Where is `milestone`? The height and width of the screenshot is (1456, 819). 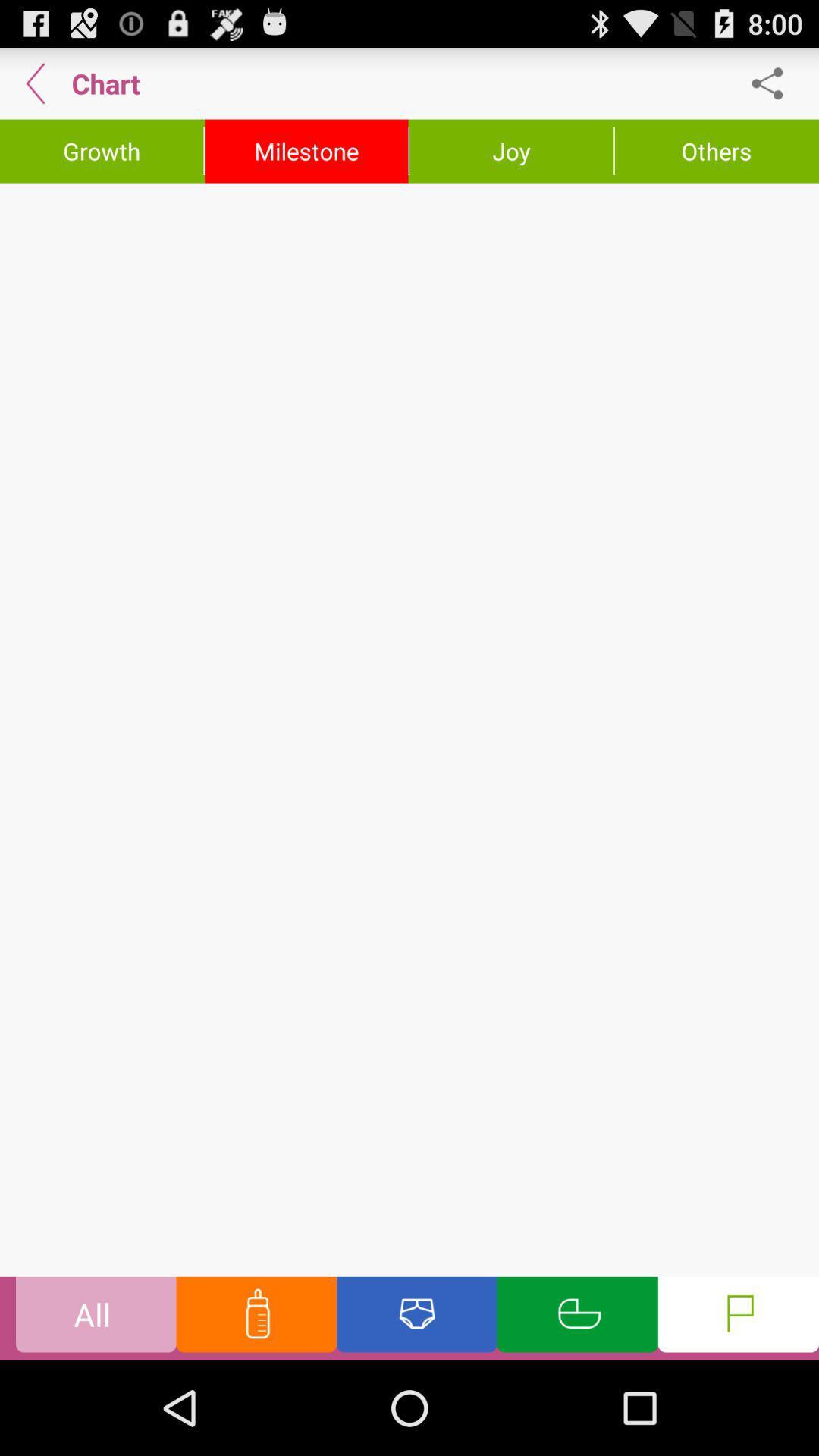 milestone is located at coordinates (306, 152).